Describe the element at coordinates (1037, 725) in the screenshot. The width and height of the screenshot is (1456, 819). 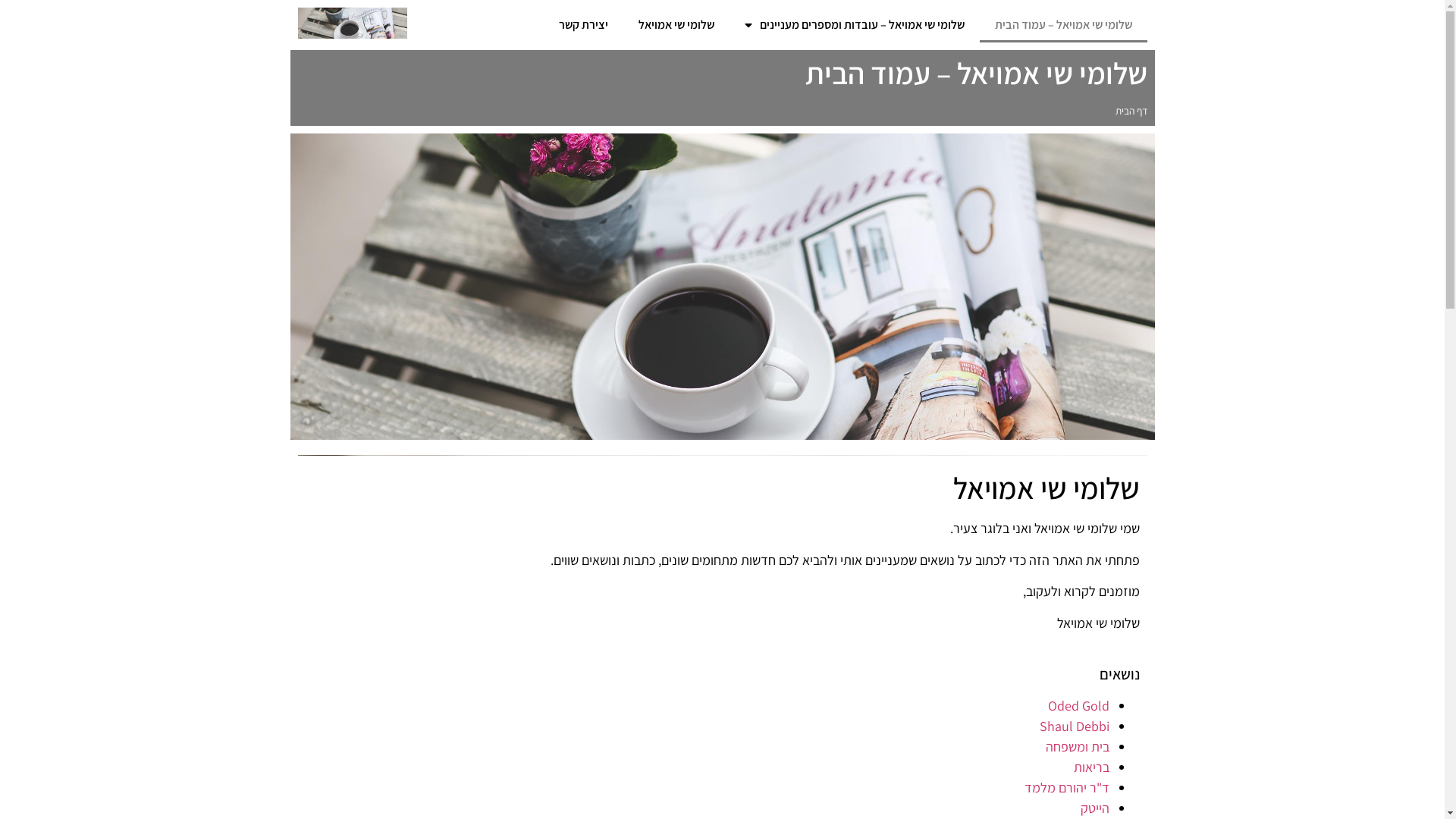
I see `'Shaul Debbi'` at that location.